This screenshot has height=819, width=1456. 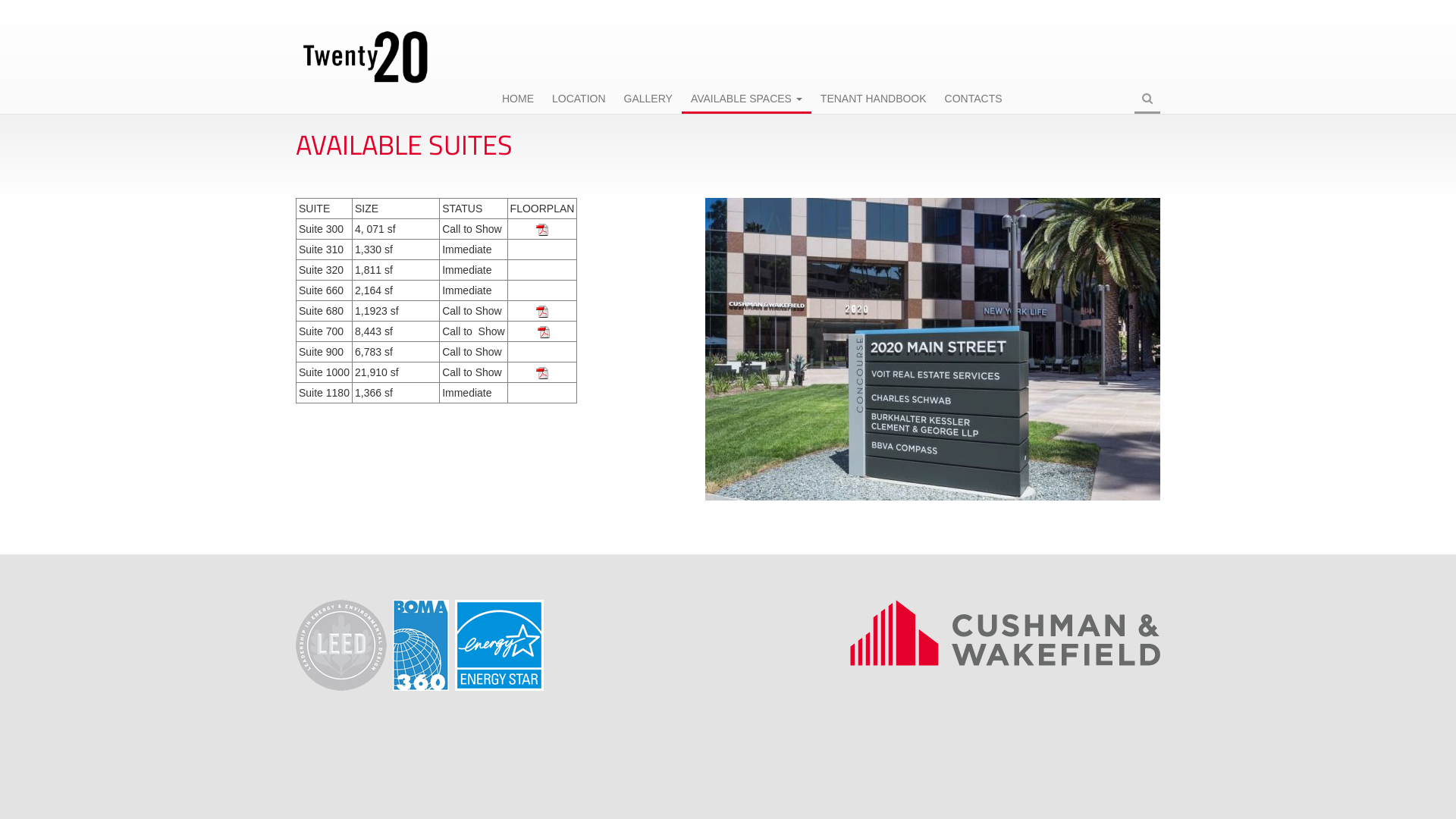 I want to click on '2020_-_Suite_700.pdf', so click(x=543, y=330).